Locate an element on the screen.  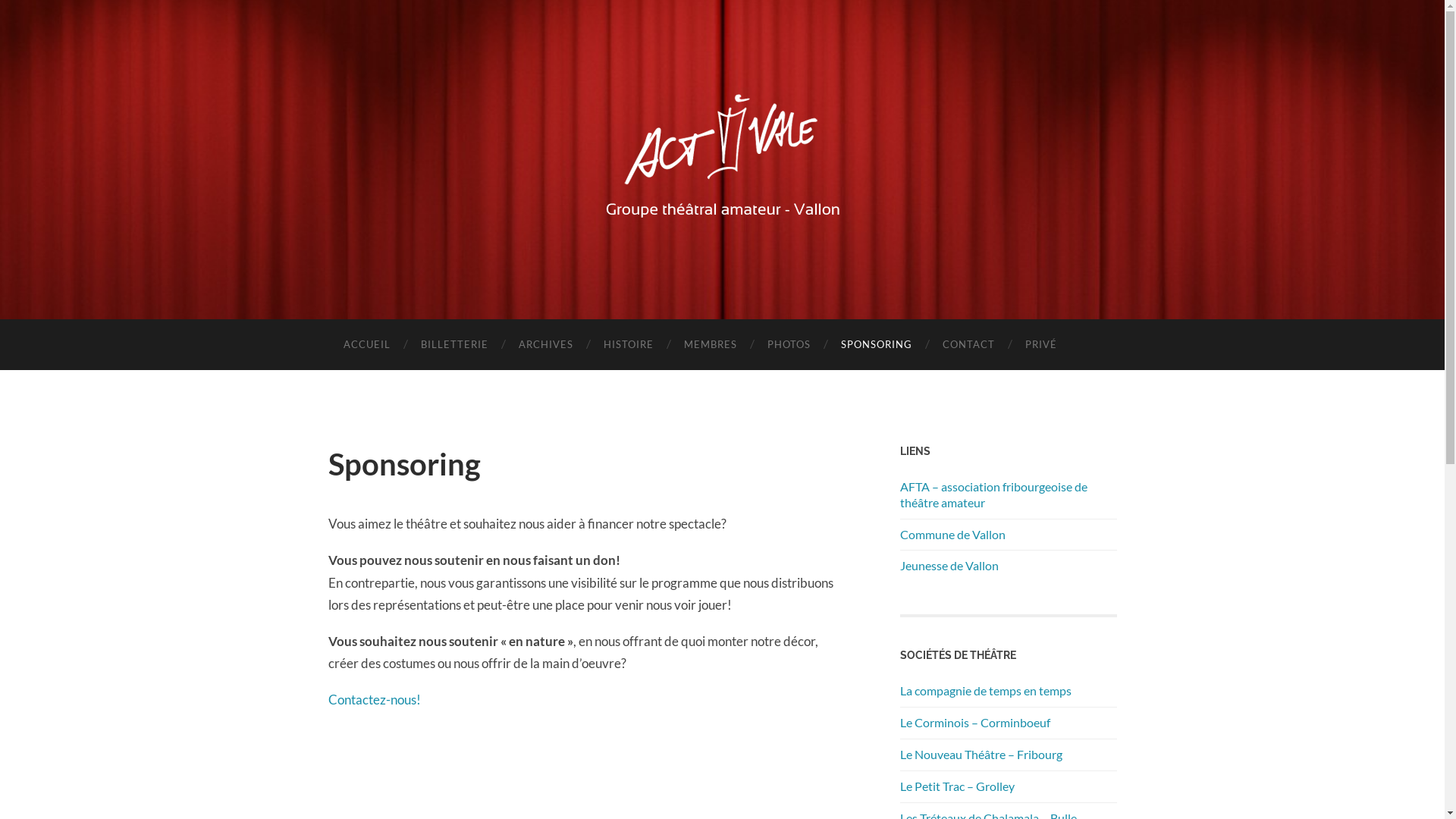
'Contactez-nous!' is located at coordinates (374, 699).